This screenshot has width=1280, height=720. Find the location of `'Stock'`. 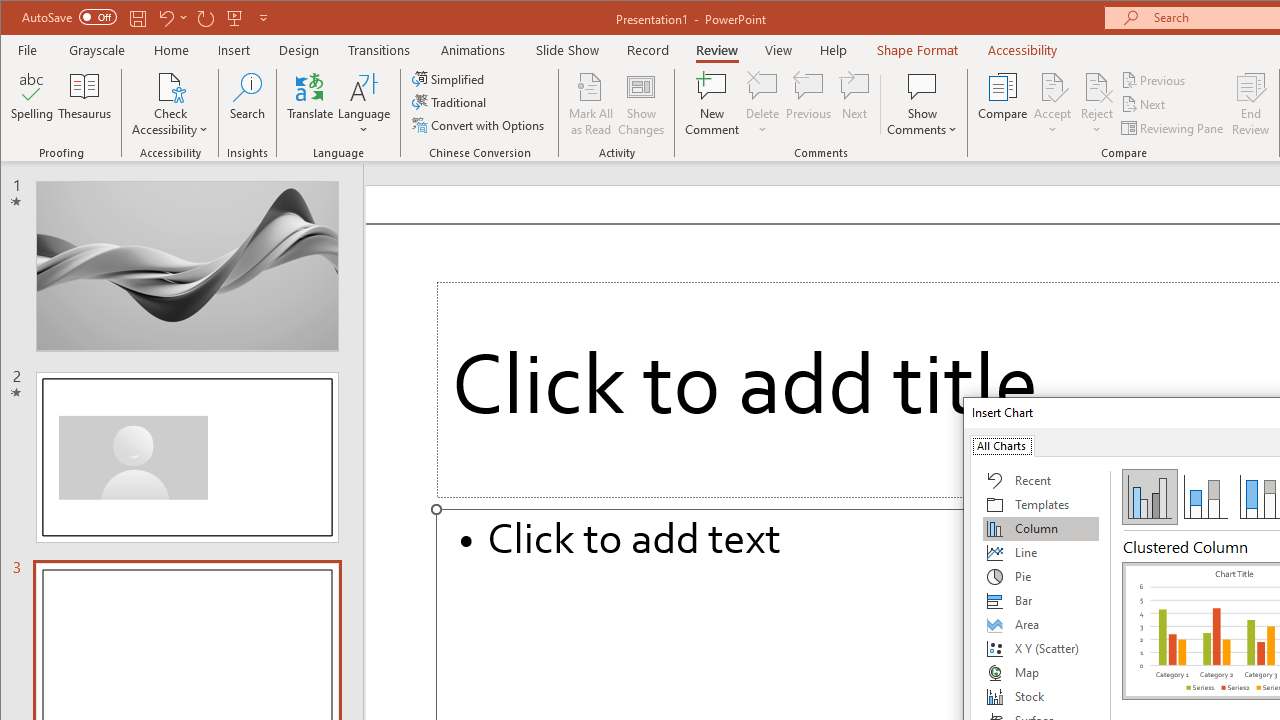

'Stock' is located at coordinates (1040, 695).